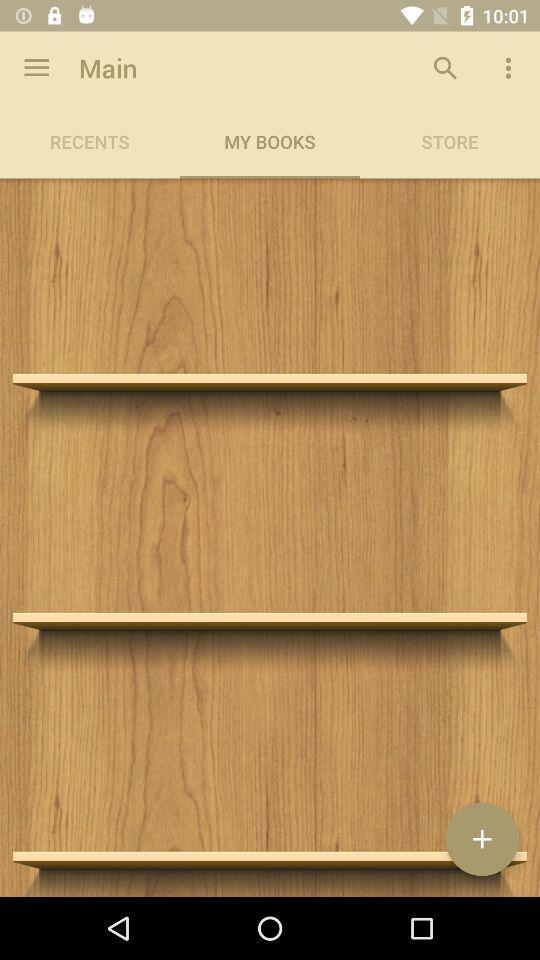  I want to click on the add icon, so click(481, 839).